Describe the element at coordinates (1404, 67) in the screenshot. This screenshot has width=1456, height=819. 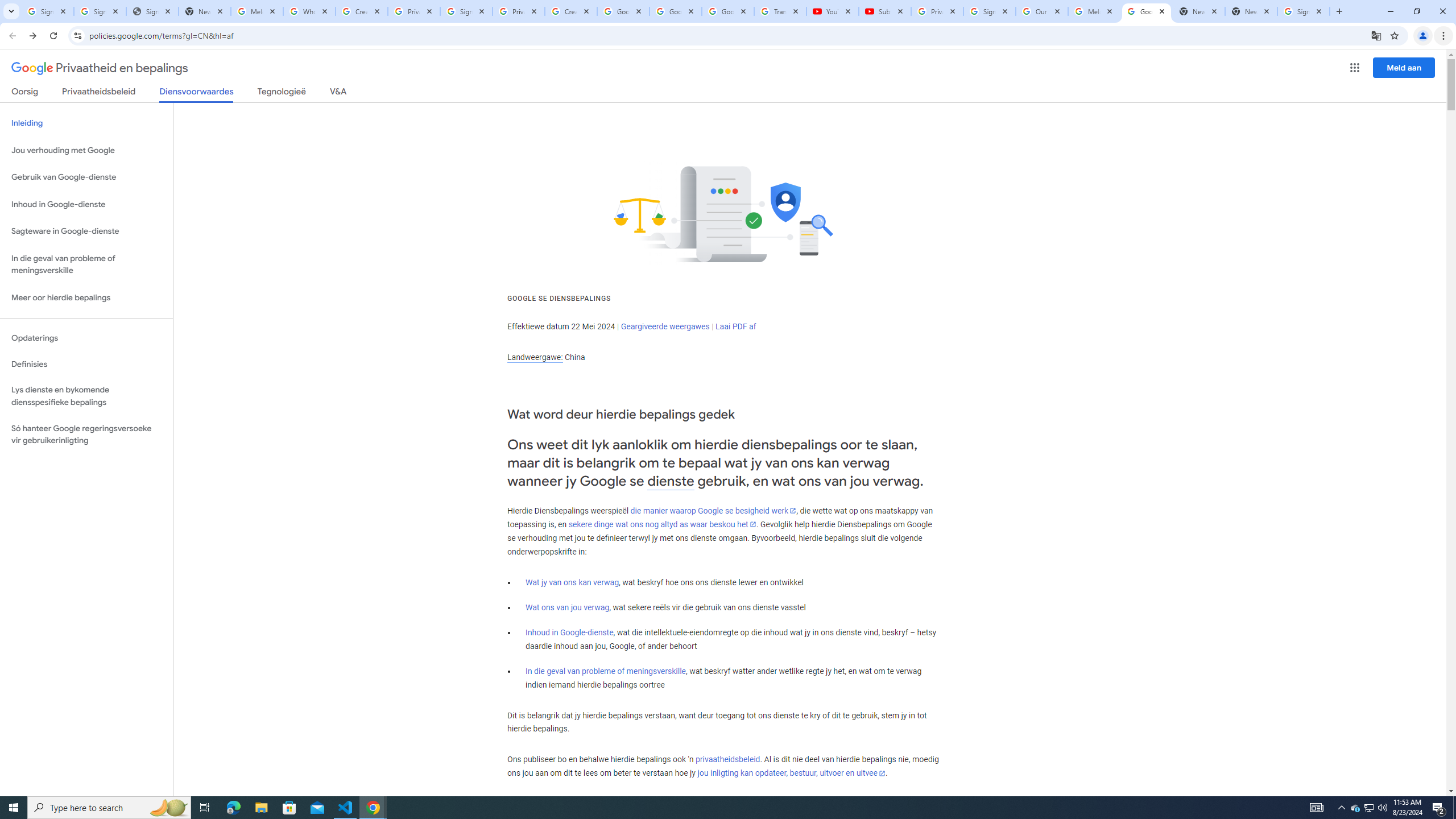
I see `'Meld aan'` at that location.